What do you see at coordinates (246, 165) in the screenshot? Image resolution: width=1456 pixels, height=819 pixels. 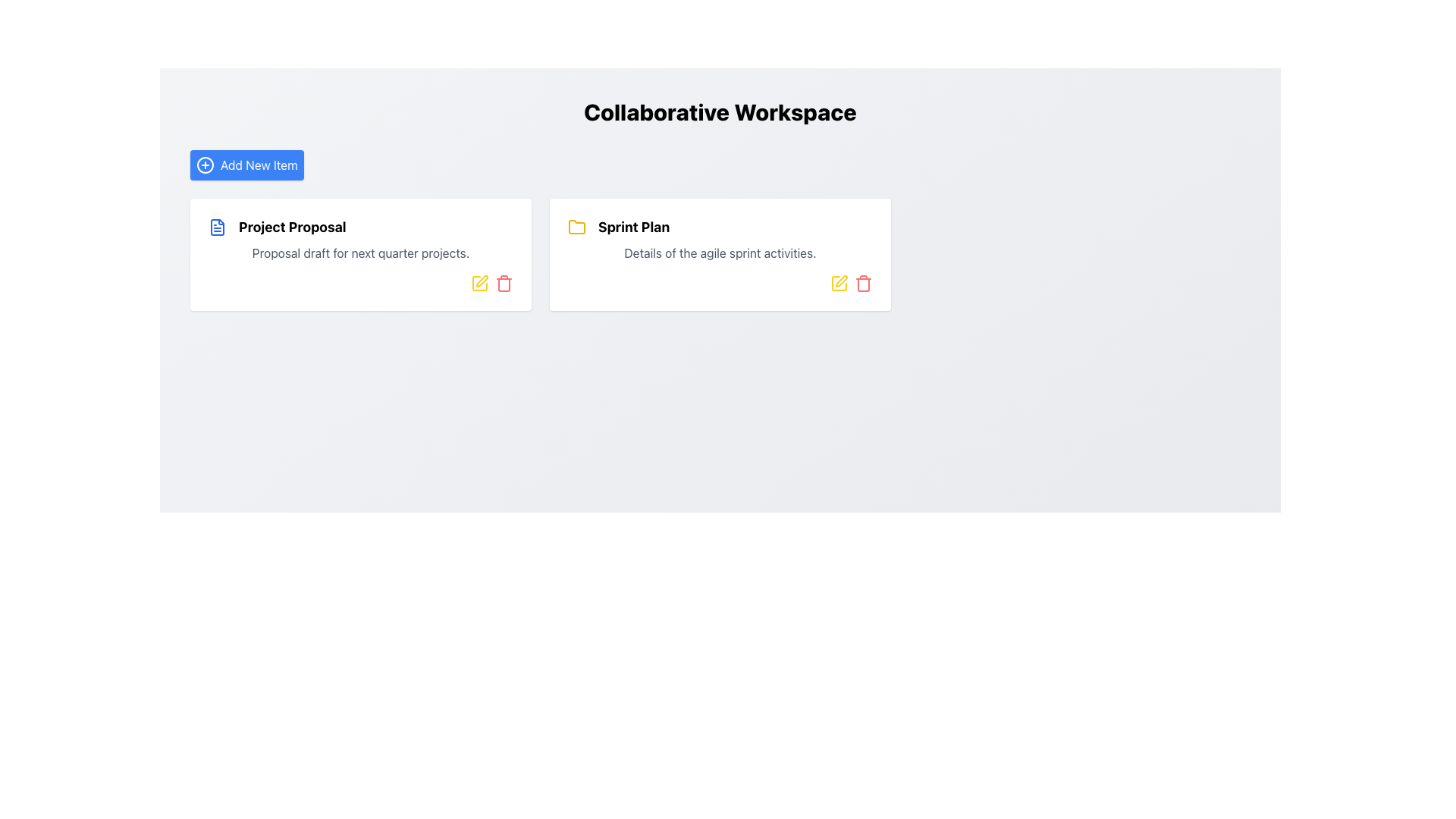 I see `the button that allows users to add new items to the workspace, located beneath the text 'Collaborative Workspace' and above the grid layout of cards` at bounding box center [246, 165].